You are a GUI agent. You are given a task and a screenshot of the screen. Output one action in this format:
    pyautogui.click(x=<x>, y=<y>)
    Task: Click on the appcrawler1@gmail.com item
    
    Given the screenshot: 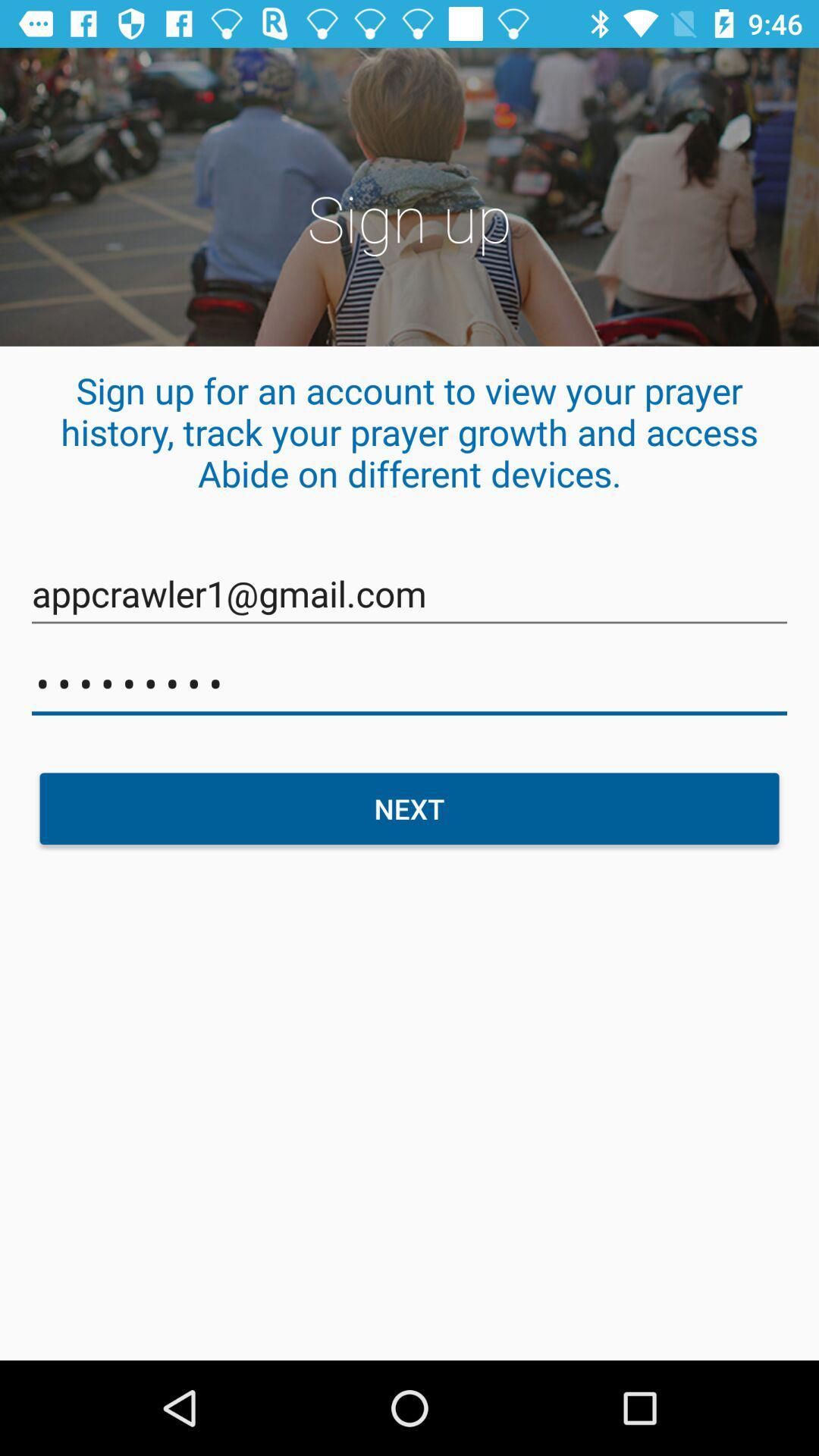 What is the action you would take?
    pyautogui.click(x=409, y=593)
    